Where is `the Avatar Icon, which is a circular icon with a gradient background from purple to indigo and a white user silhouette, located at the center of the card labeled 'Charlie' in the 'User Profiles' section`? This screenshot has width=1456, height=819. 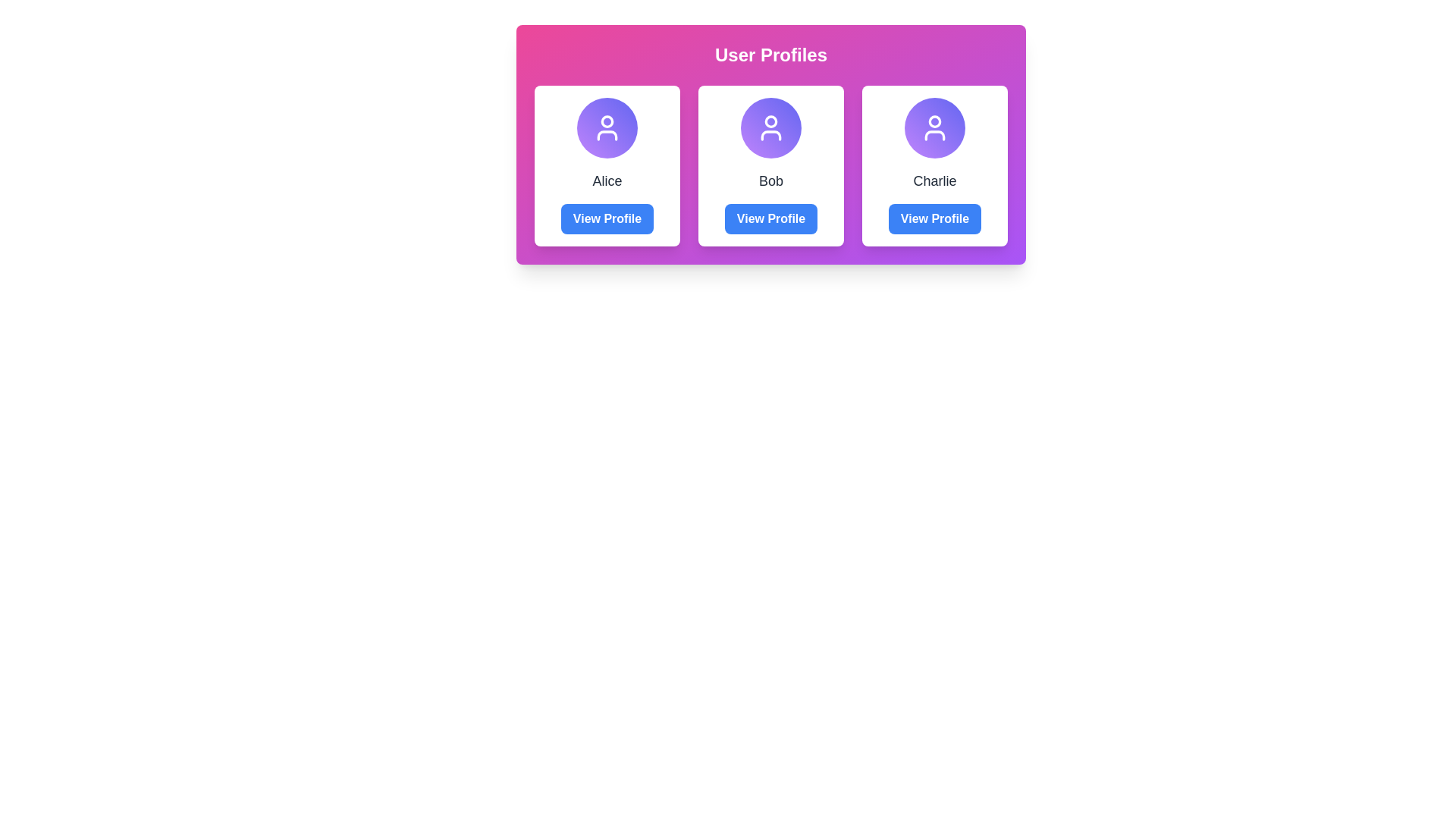
the Avatar Icon, which is a circular icon with a gradient background from purple to indigo and a white user silhouette, located at the center of the card labeled 'Charlie' in the 'User Profiles' section is located at coordinates (934, 127).